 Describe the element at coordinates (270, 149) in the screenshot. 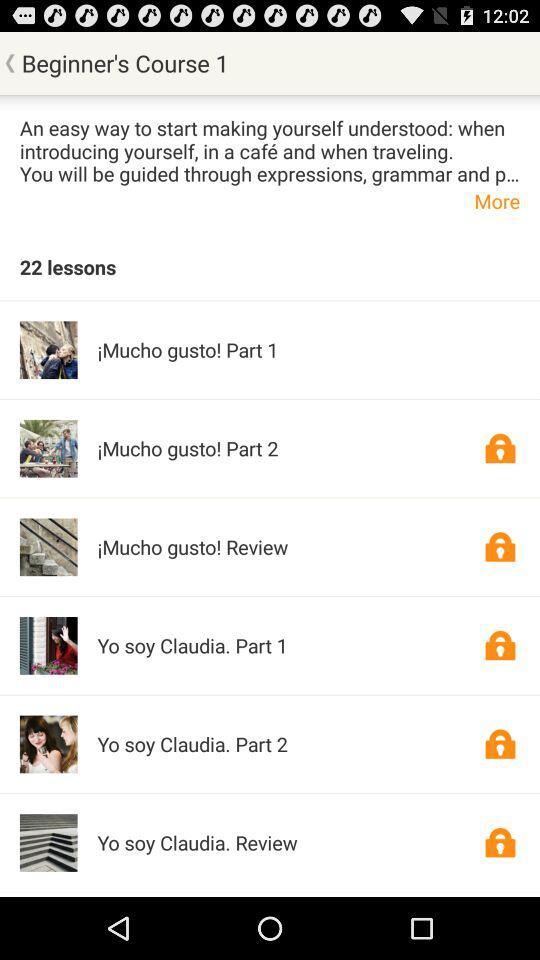

I see `the an easy way` at that location.